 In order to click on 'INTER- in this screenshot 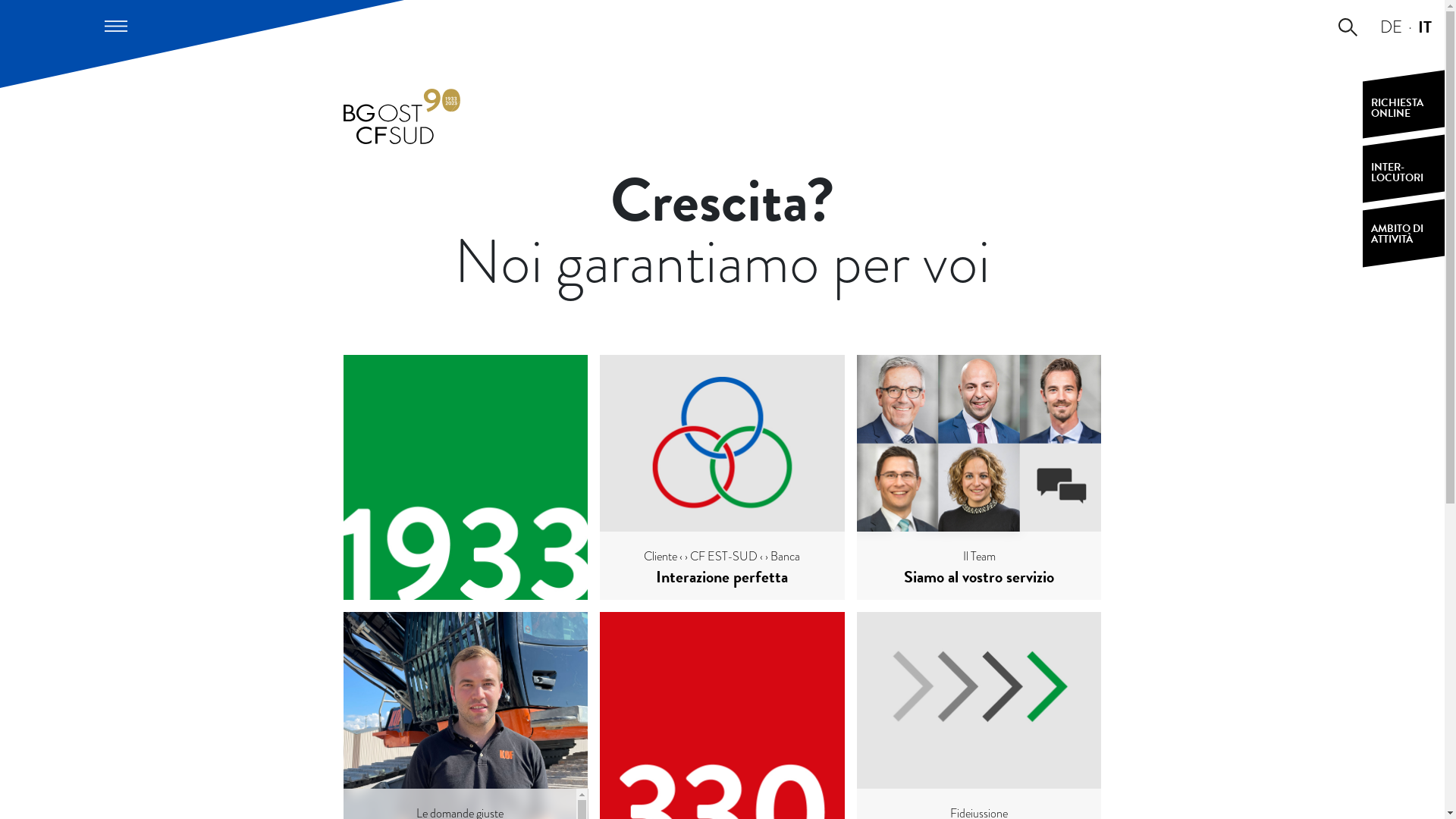, I will do `click(1403, 168)`.